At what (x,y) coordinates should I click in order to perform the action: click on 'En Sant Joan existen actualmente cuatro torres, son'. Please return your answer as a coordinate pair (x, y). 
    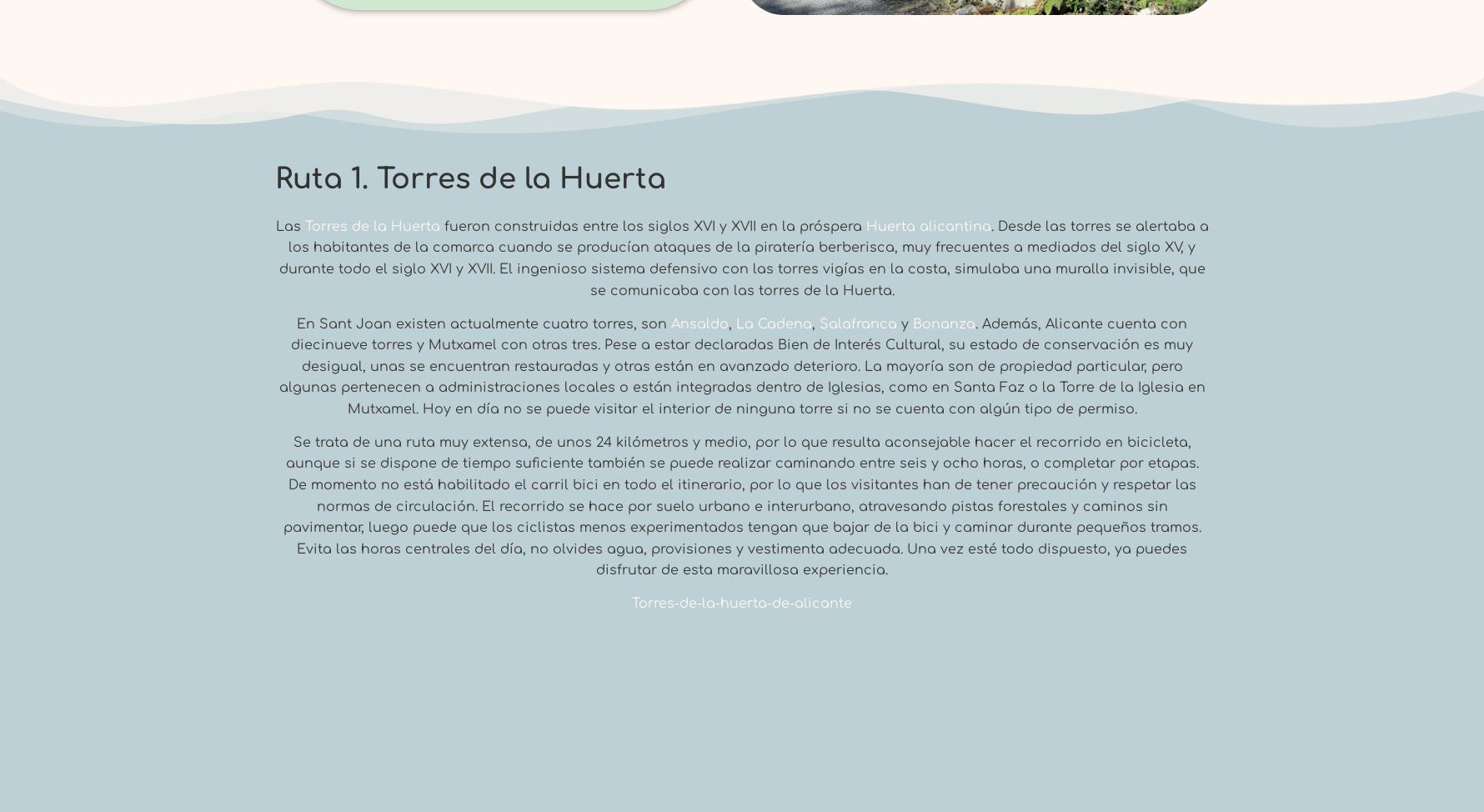
    Looking at the image, I should click on (483, 323).